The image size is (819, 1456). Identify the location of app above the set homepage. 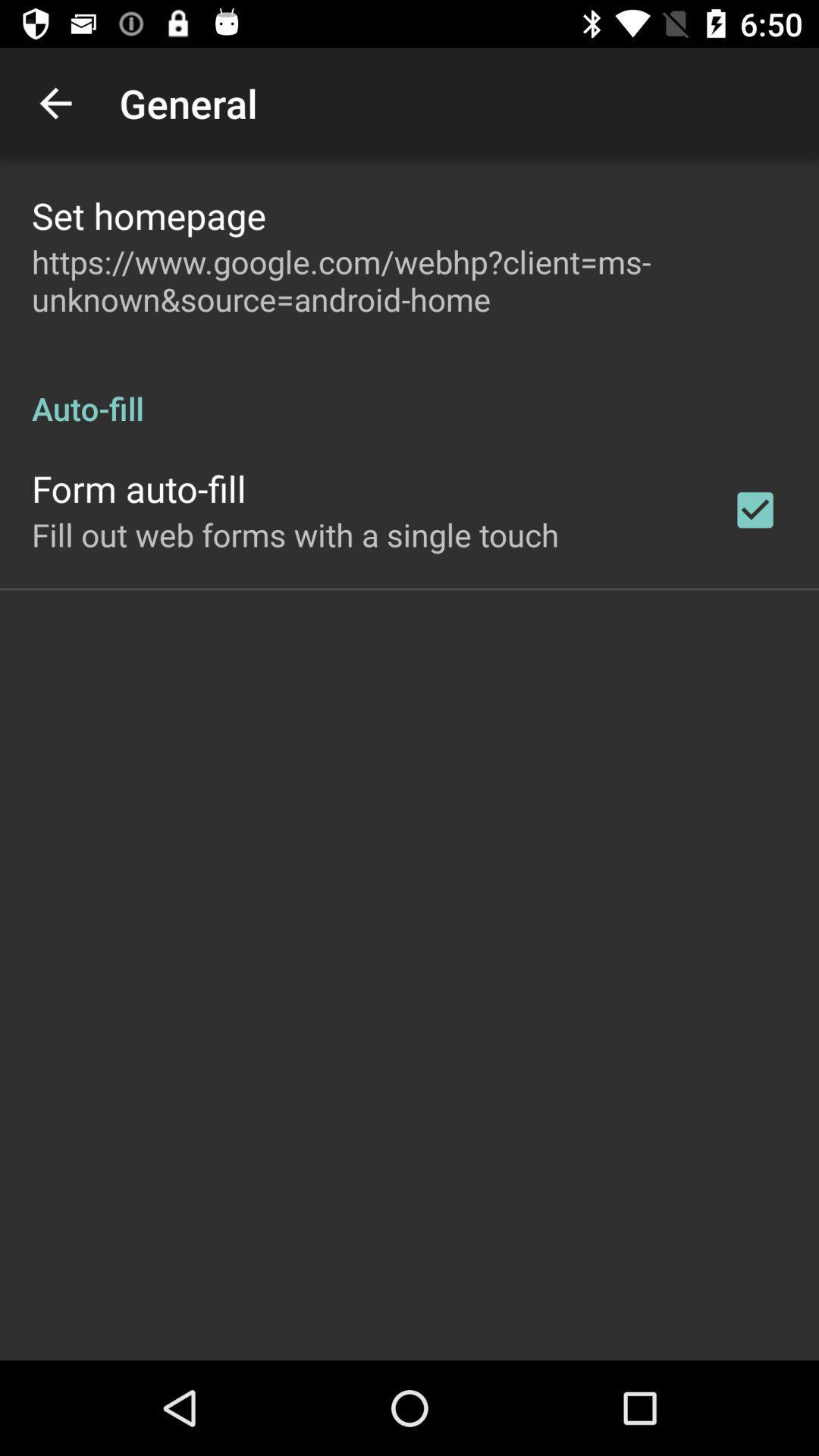
(55, 102).